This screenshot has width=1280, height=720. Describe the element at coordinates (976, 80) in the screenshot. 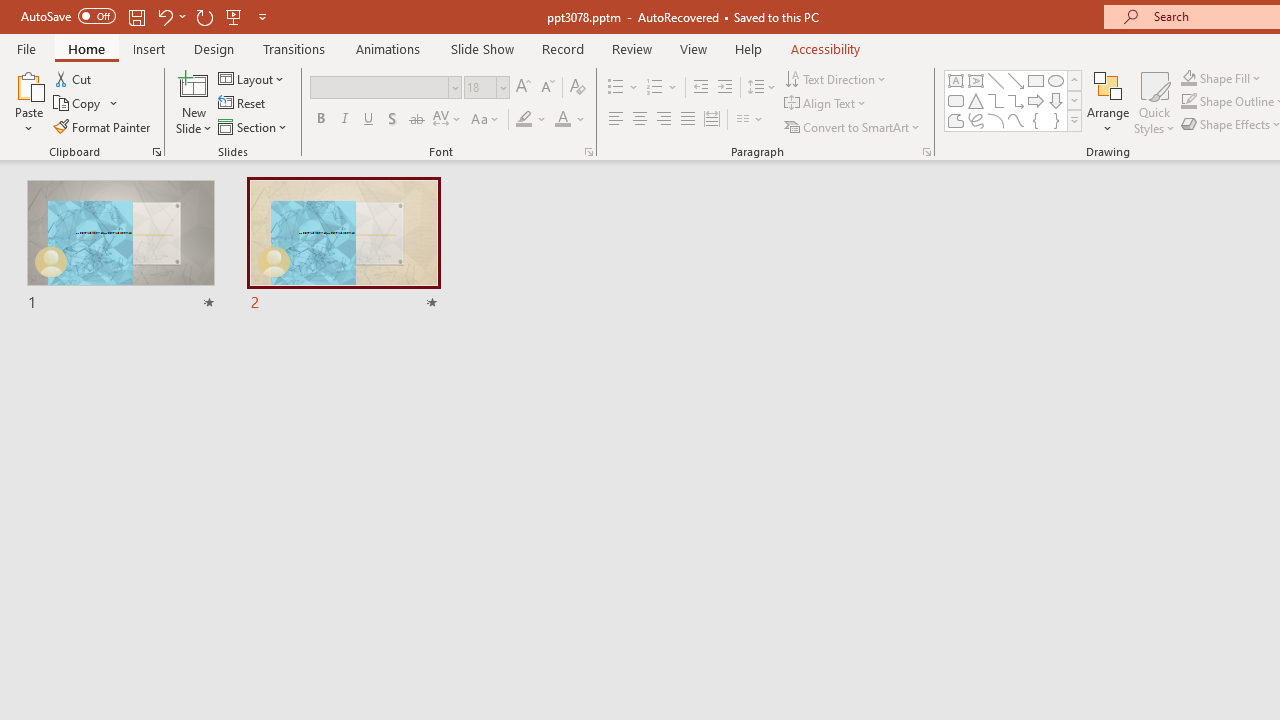

I see `'Vertical Text Box'` at that location.